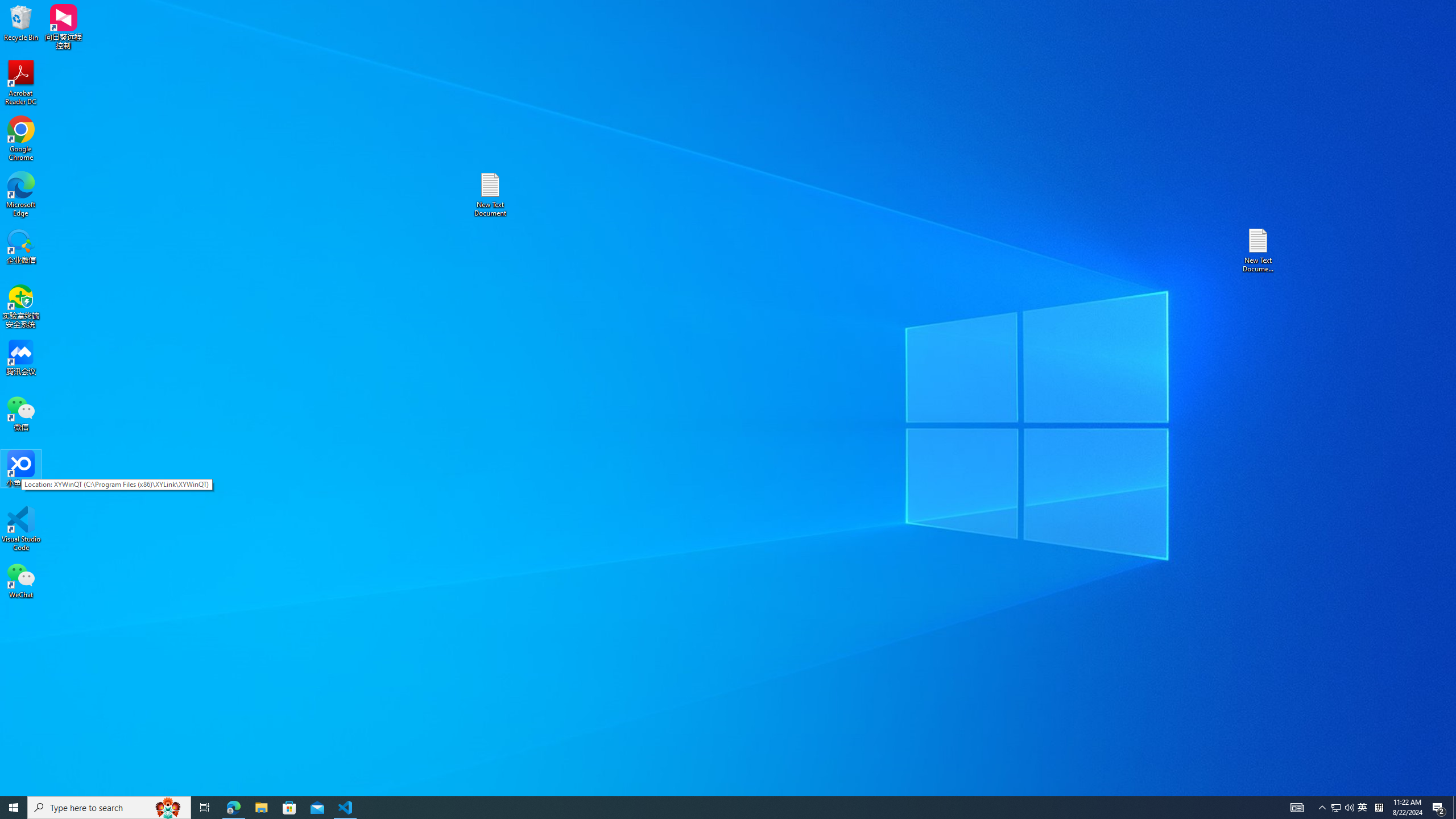 This screenshot has width=1456, height=819. What do you see at coordinates (1439, 806) in the screenshot?
I see `'Action Center, 2 new notifications'` at bounding box center [1439, 806].